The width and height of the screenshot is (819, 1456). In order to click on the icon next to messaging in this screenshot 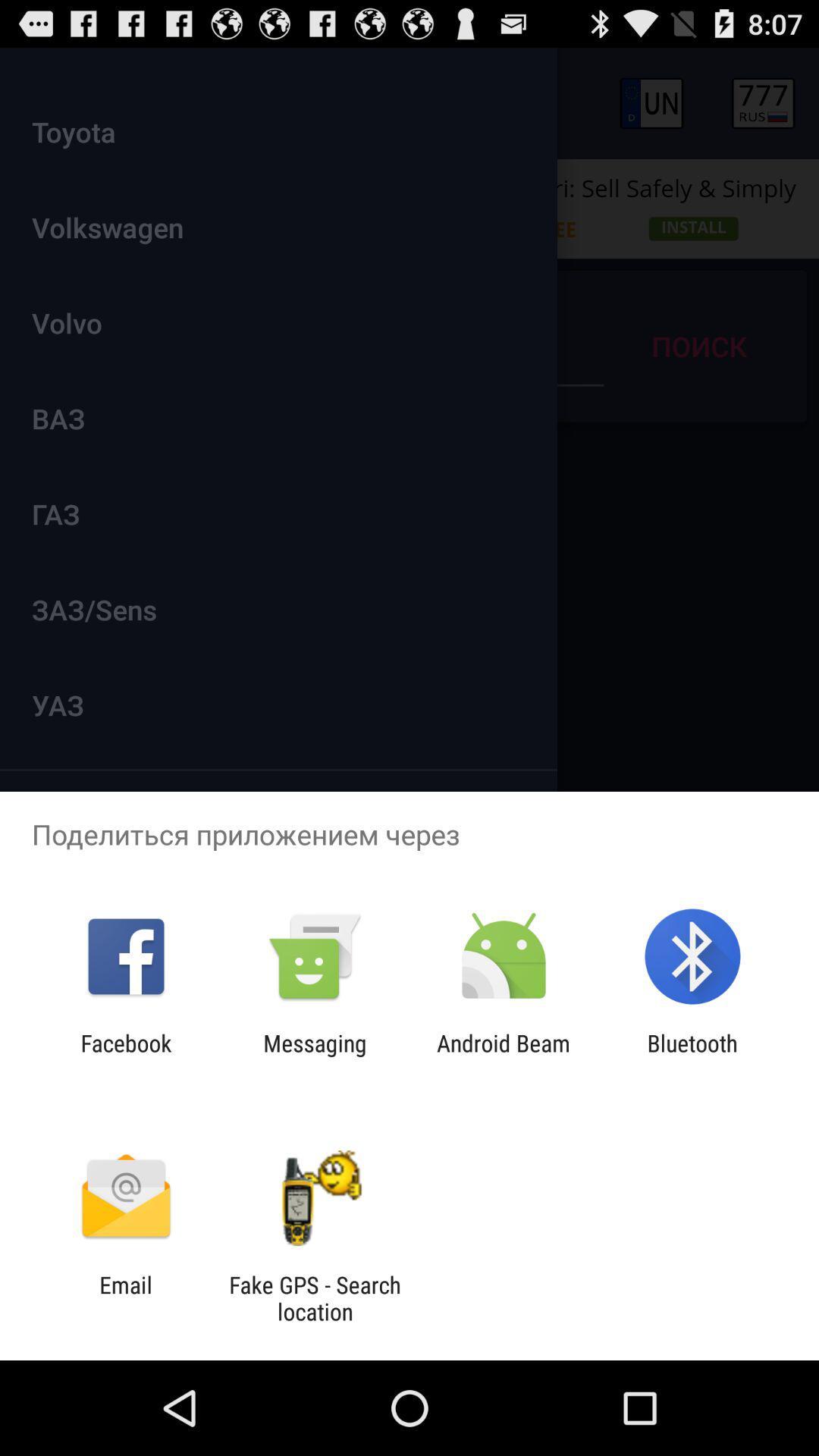, I will do `click(504, 1056)`.